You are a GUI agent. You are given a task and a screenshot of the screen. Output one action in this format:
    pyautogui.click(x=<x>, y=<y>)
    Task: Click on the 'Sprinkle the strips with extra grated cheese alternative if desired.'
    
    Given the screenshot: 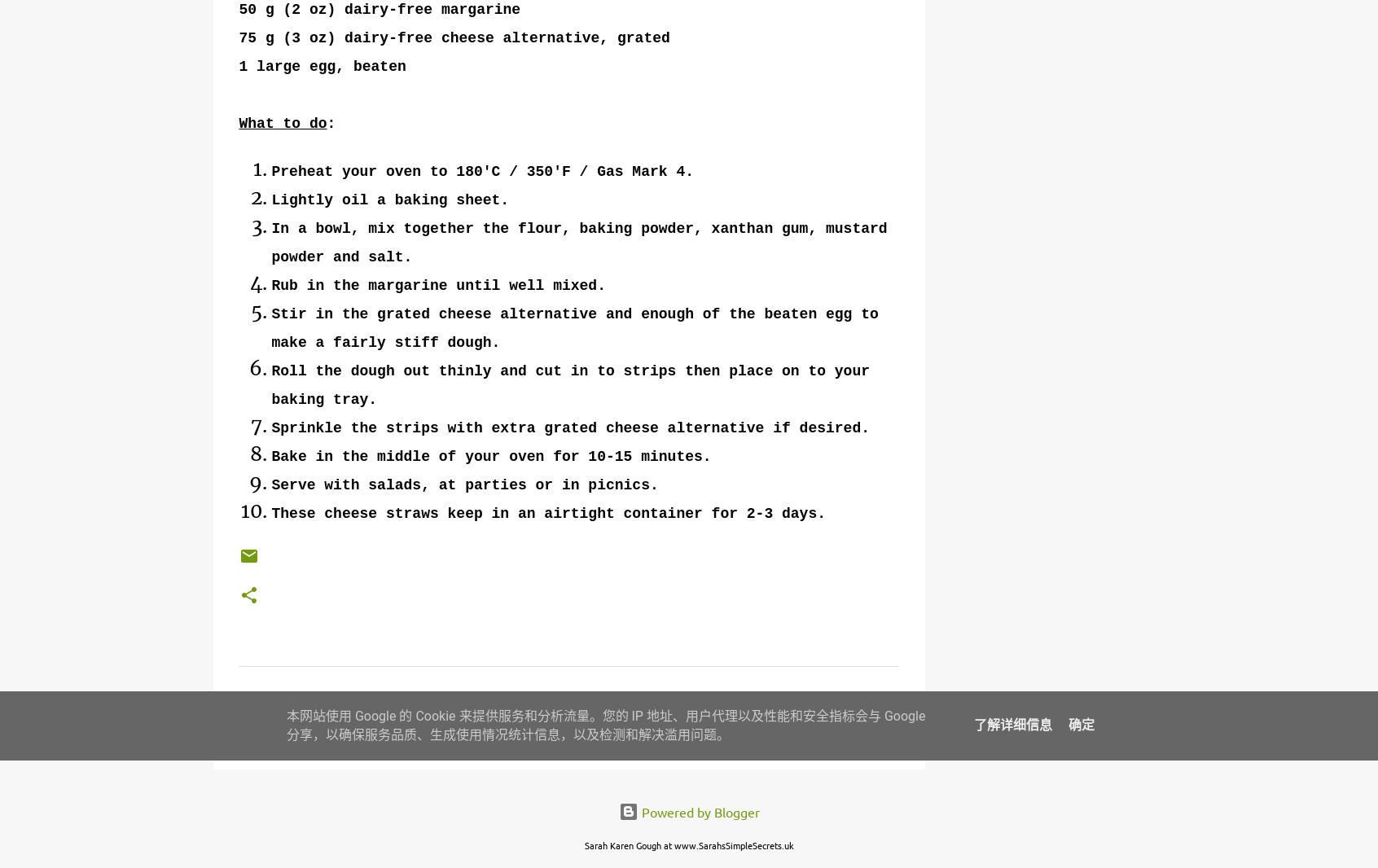 What is the action you would take?
    pyautogui.click(x=570, y=427)
    